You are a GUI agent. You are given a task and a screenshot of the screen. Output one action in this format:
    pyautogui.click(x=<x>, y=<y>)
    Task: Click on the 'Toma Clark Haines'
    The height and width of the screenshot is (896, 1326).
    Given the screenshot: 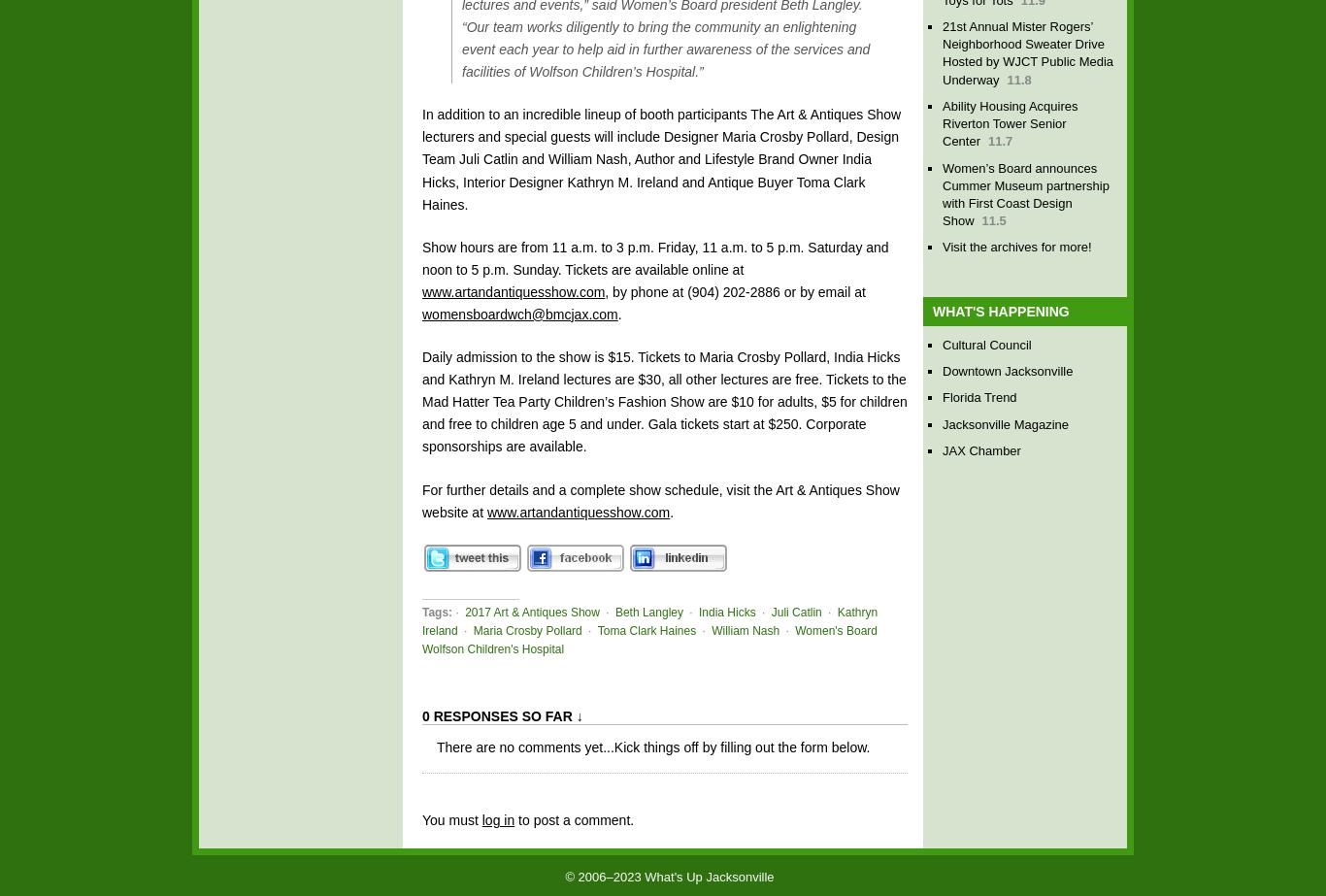 What is the action you would take?
    pyautogui.click(x=646, y=628)
    